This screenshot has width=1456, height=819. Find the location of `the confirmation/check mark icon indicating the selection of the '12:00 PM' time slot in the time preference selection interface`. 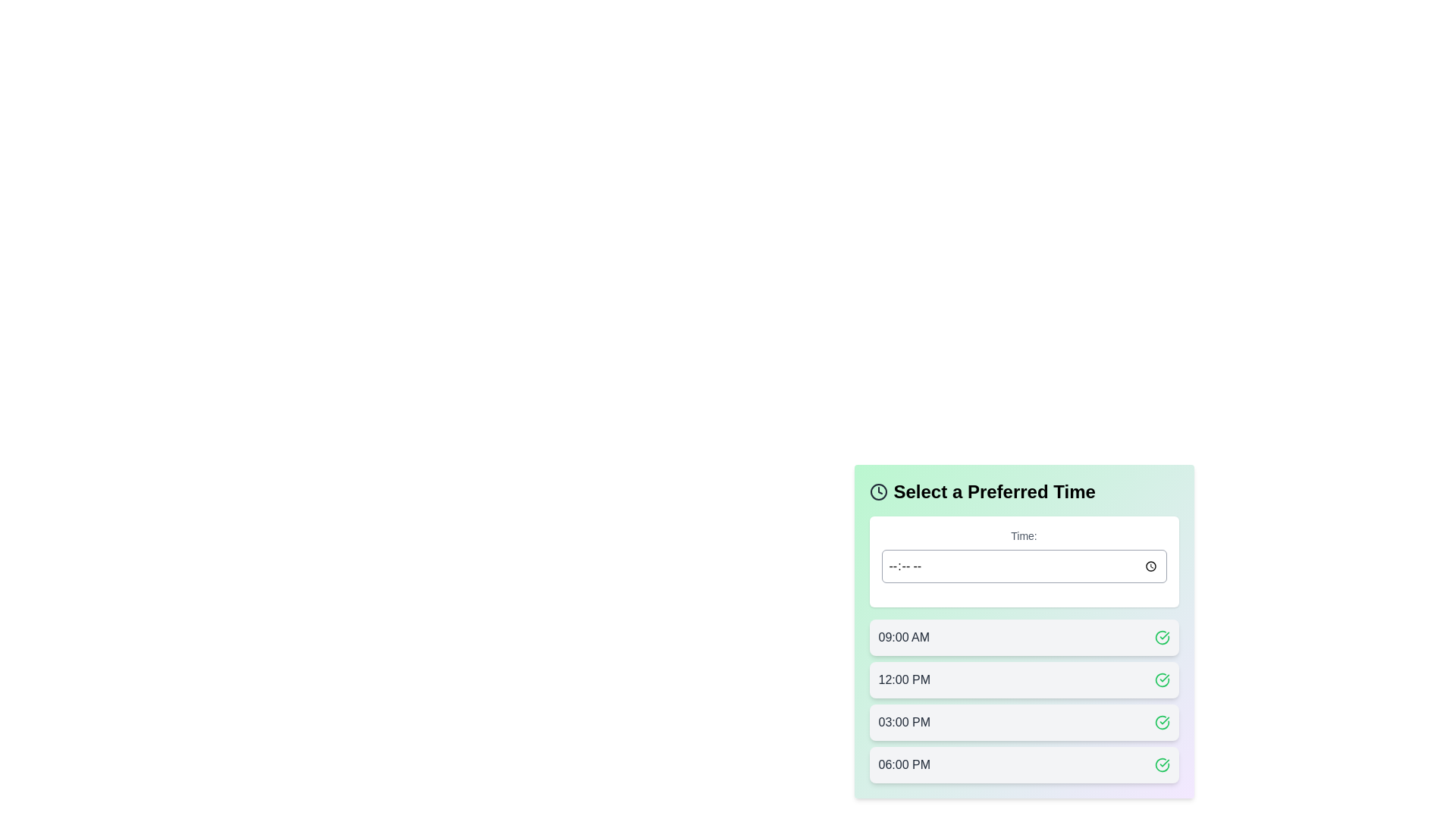

the confirmation/check mark icon indicating the selection of the '12:00 PM' time slot in the time preference selection interface is located at coordinates (1161, 679).